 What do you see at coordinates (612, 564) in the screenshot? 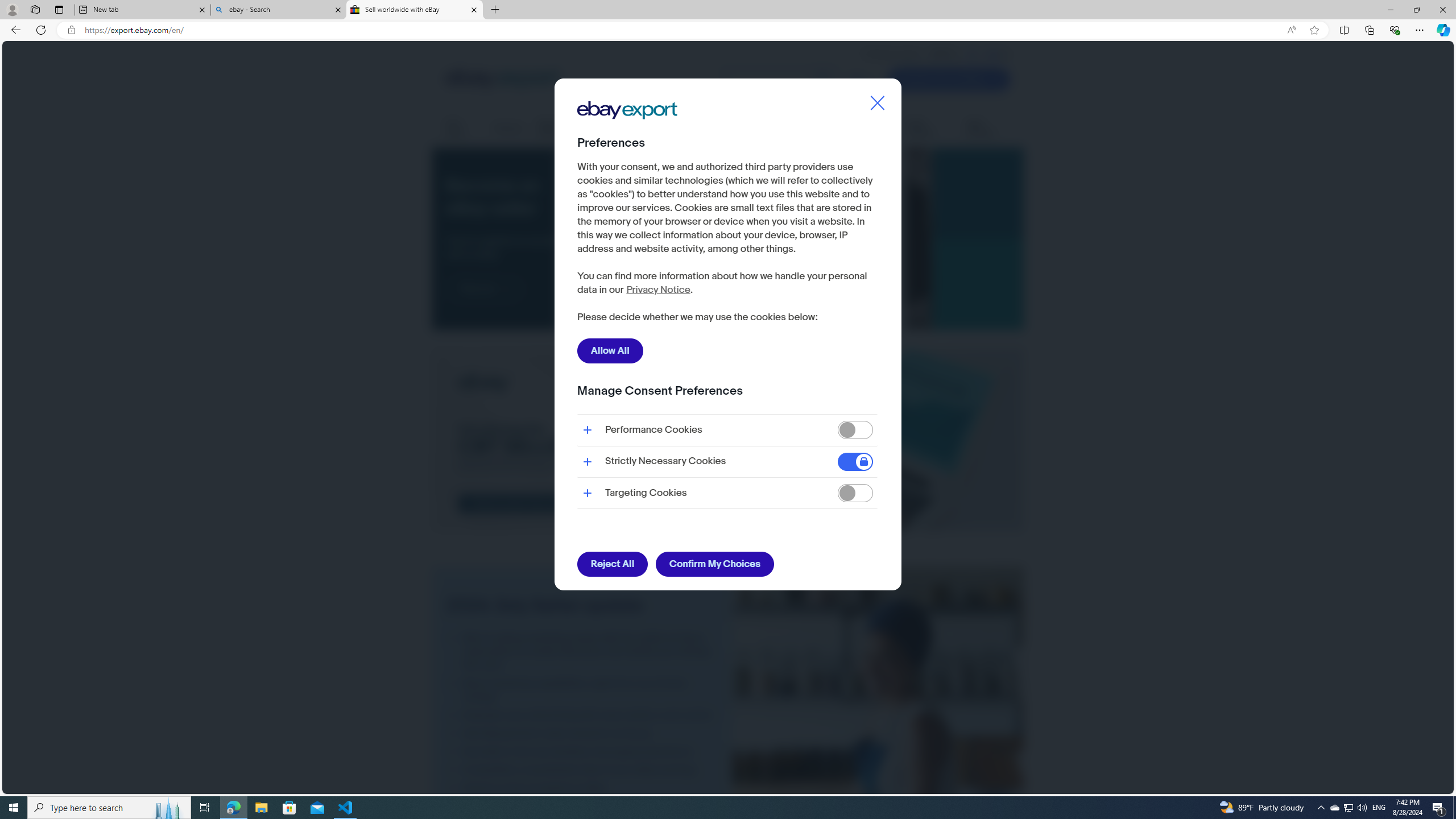
I see `'Reject All'` at bounding box center [612, 564].